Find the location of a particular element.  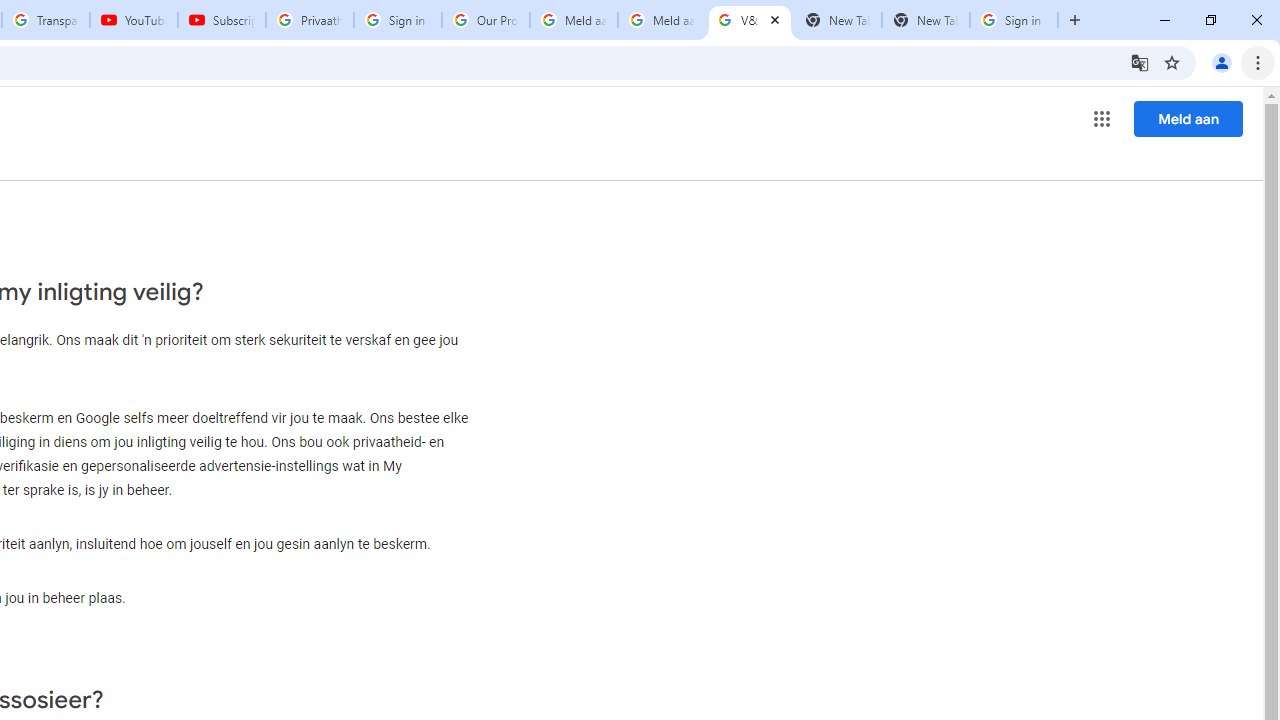

'YouTube' is located at coordinates (132, 20).